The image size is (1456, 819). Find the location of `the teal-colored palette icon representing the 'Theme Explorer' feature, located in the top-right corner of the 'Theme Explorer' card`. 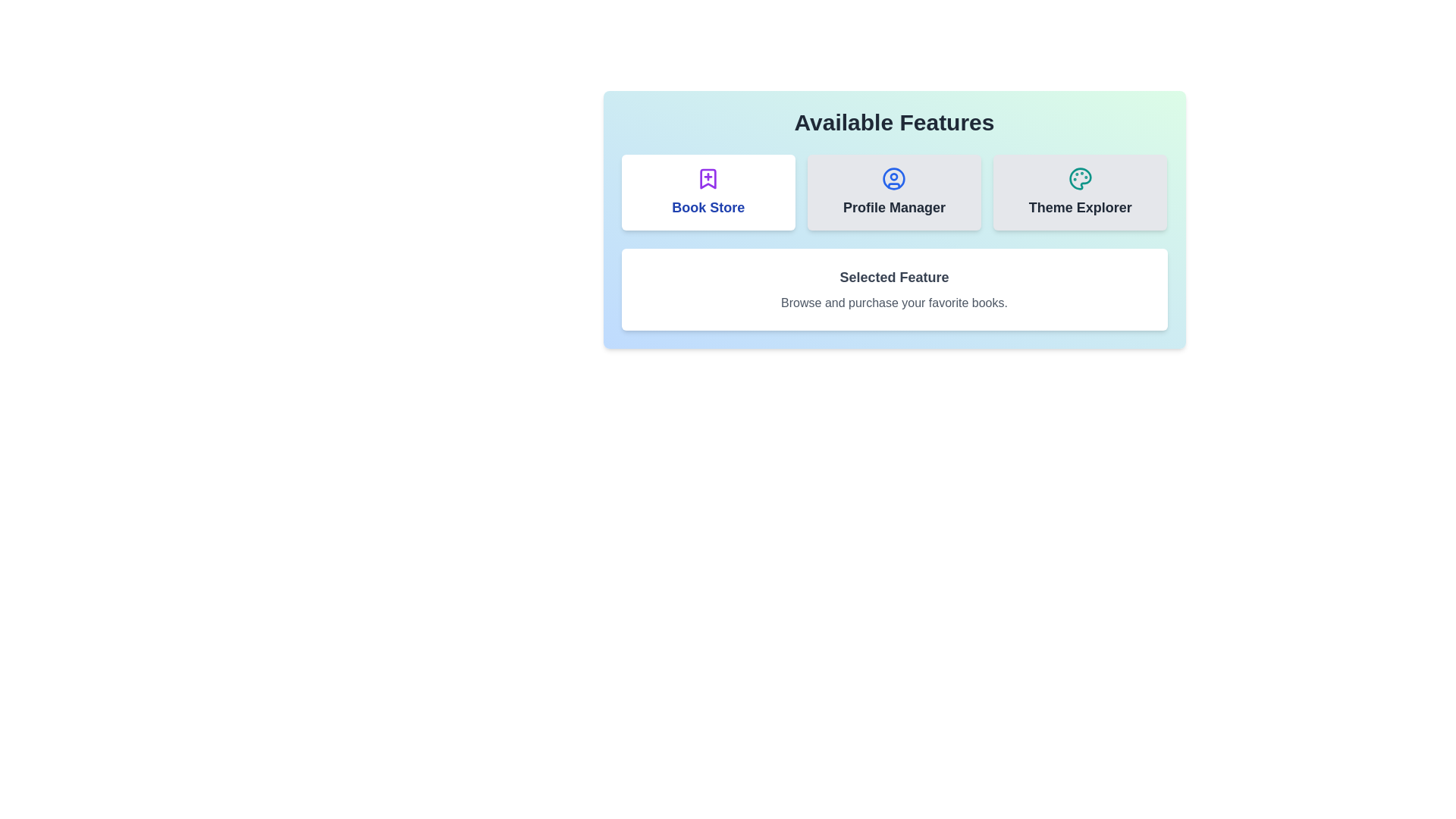

the teal-colored palette icon representing the 'Theme Explorer' feature, located in the top-right corner of the 'Theme Explorer' card is located at coordinates (1079, 177).